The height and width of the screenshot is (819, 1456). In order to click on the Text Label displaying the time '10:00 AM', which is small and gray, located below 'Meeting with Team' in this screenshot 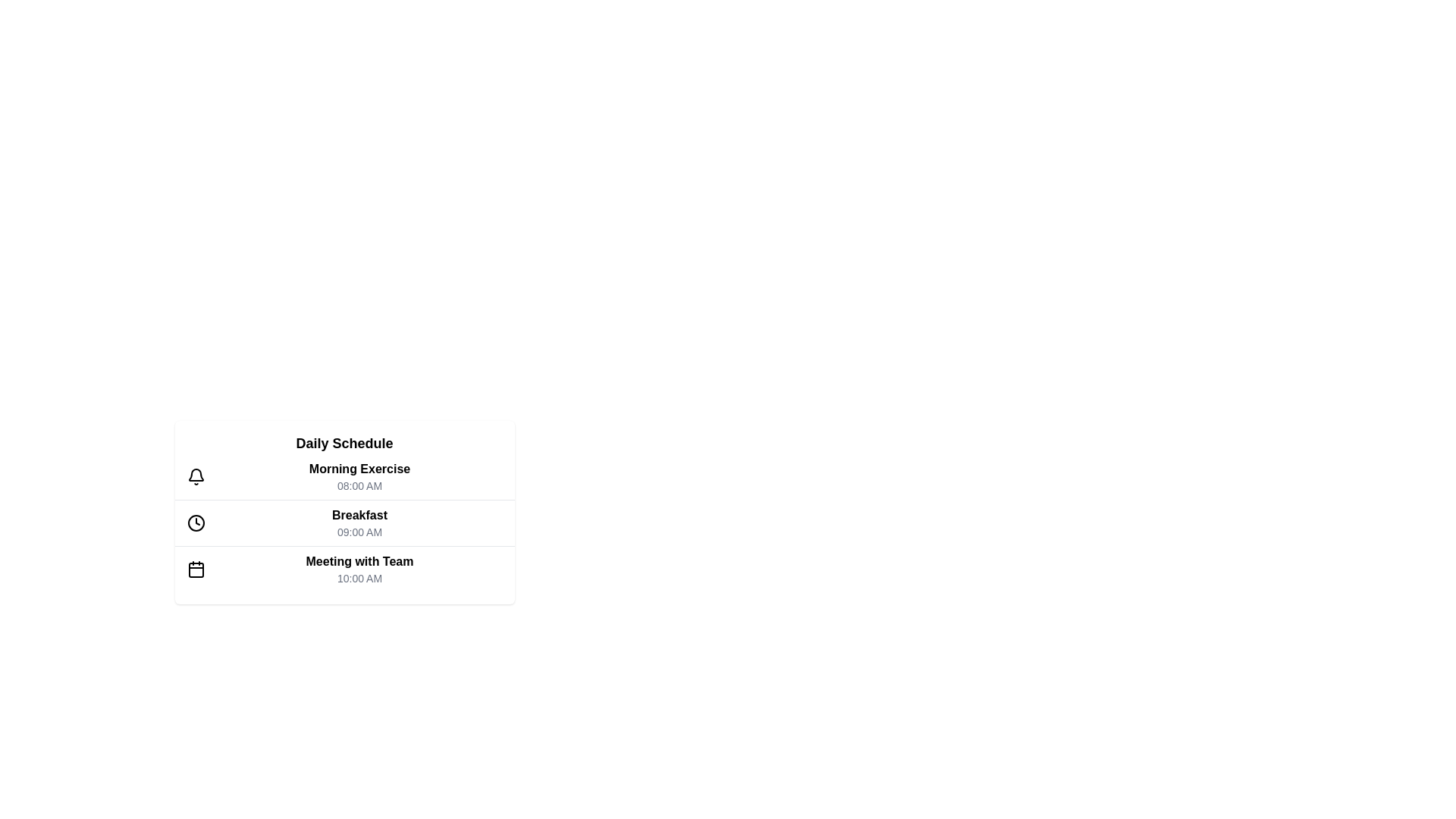, I will do `click(359, 579)`.